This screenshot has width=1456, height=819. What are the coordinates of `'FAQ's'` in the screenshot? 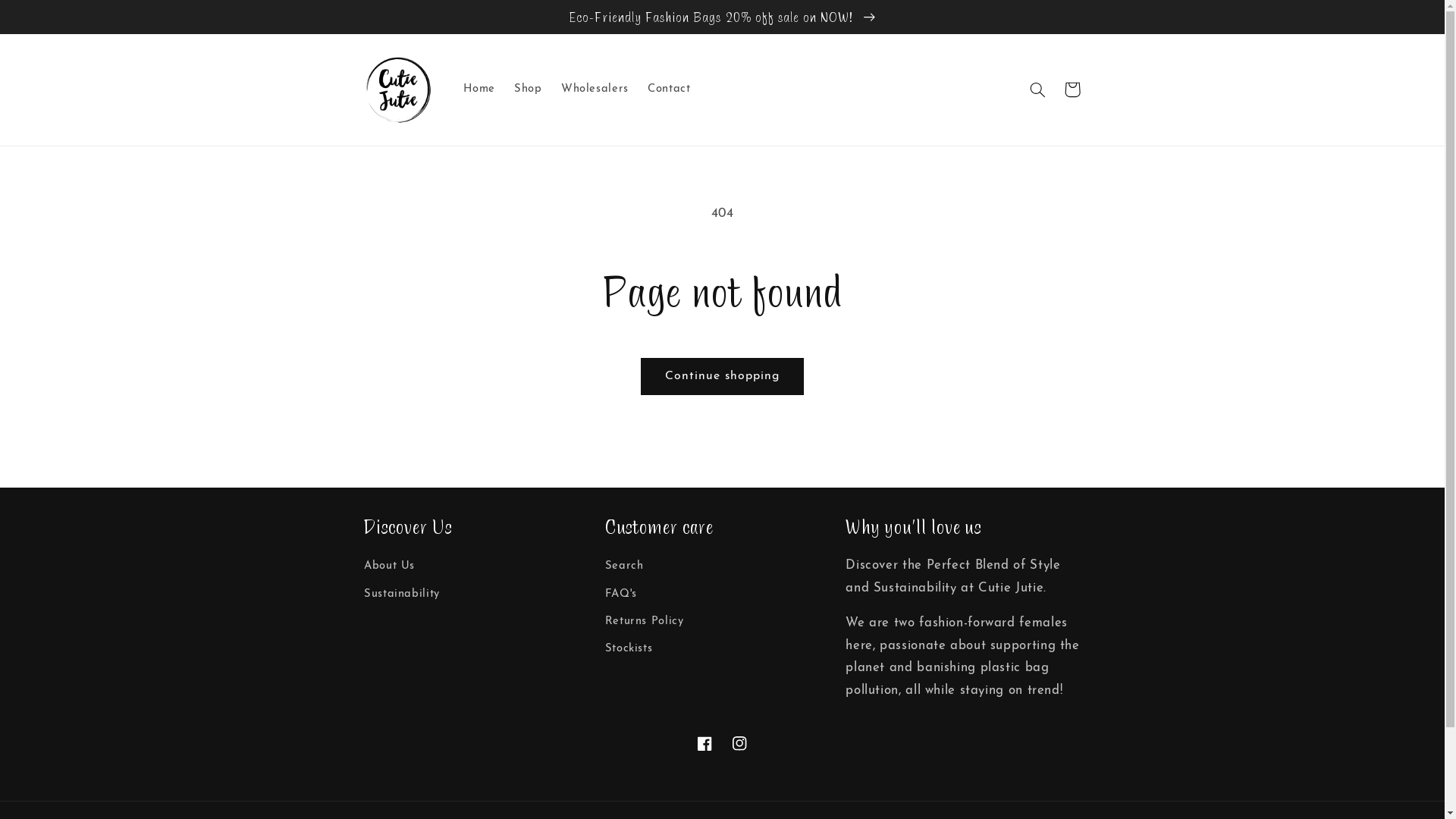 It's located at (604, 593).